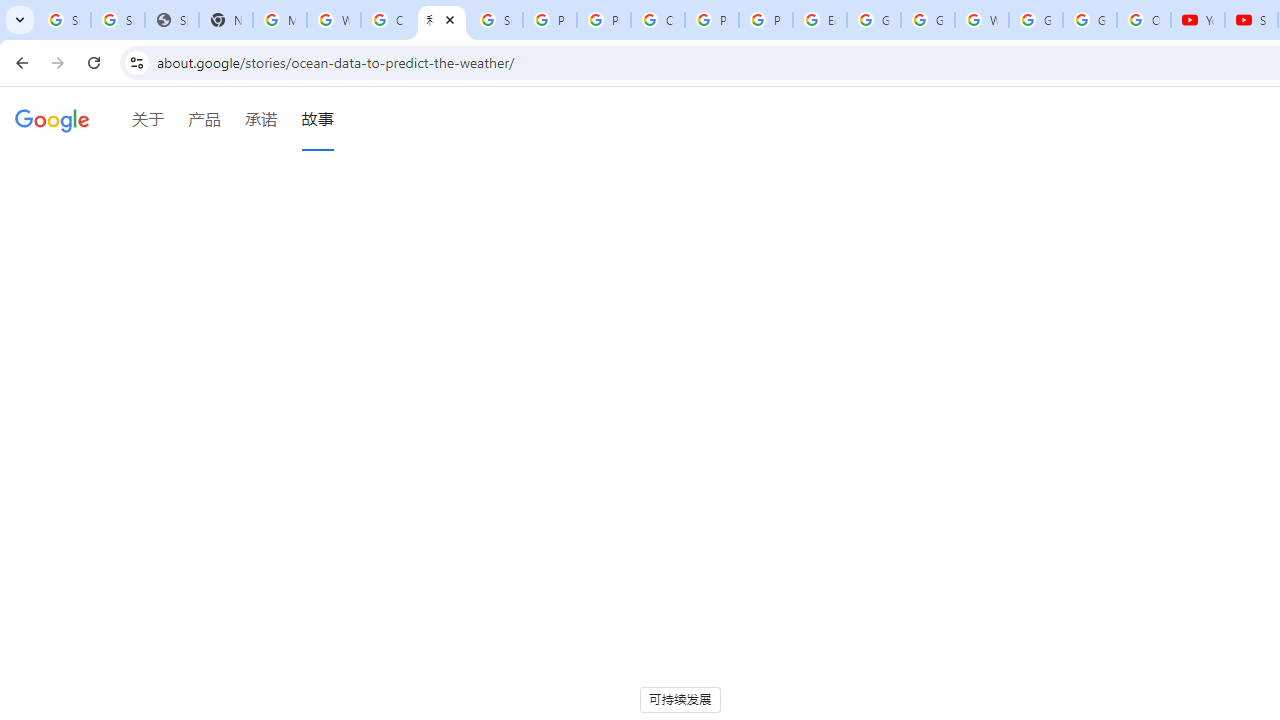 The width and height of the screenshot is (1280, 720). What do you see at coordinates (819, 20) in the screenshot?
I see `'Edit and view right-to-left text - Google Docs Editors Help'` at bounding box center [819, 20].